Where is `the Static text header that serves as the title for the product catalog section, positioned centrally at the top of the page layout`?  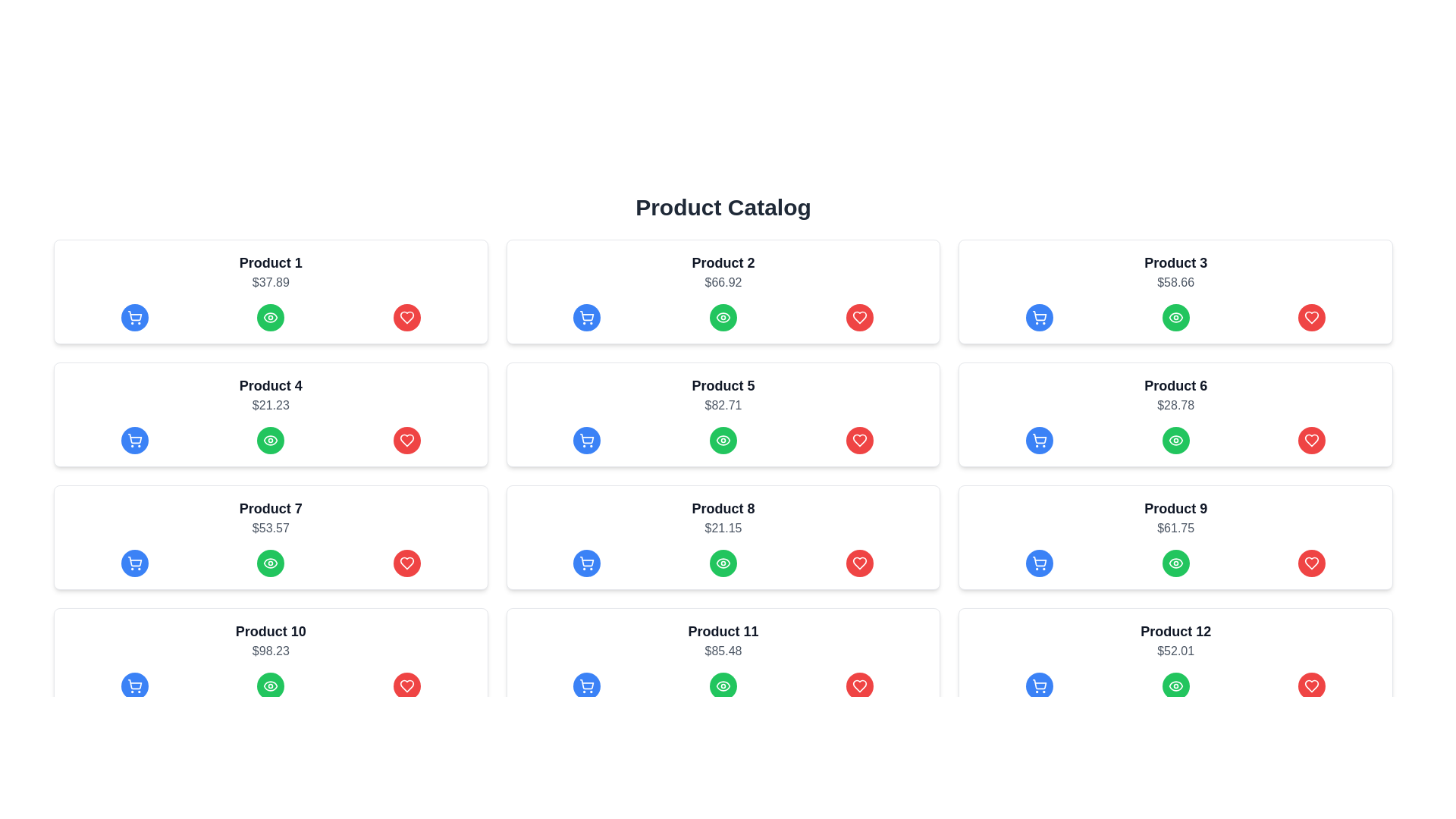
the Static text header that serves as the title for the product catalog section, positioned centrally at the top of the page layout is located at coordinates (723, 207).